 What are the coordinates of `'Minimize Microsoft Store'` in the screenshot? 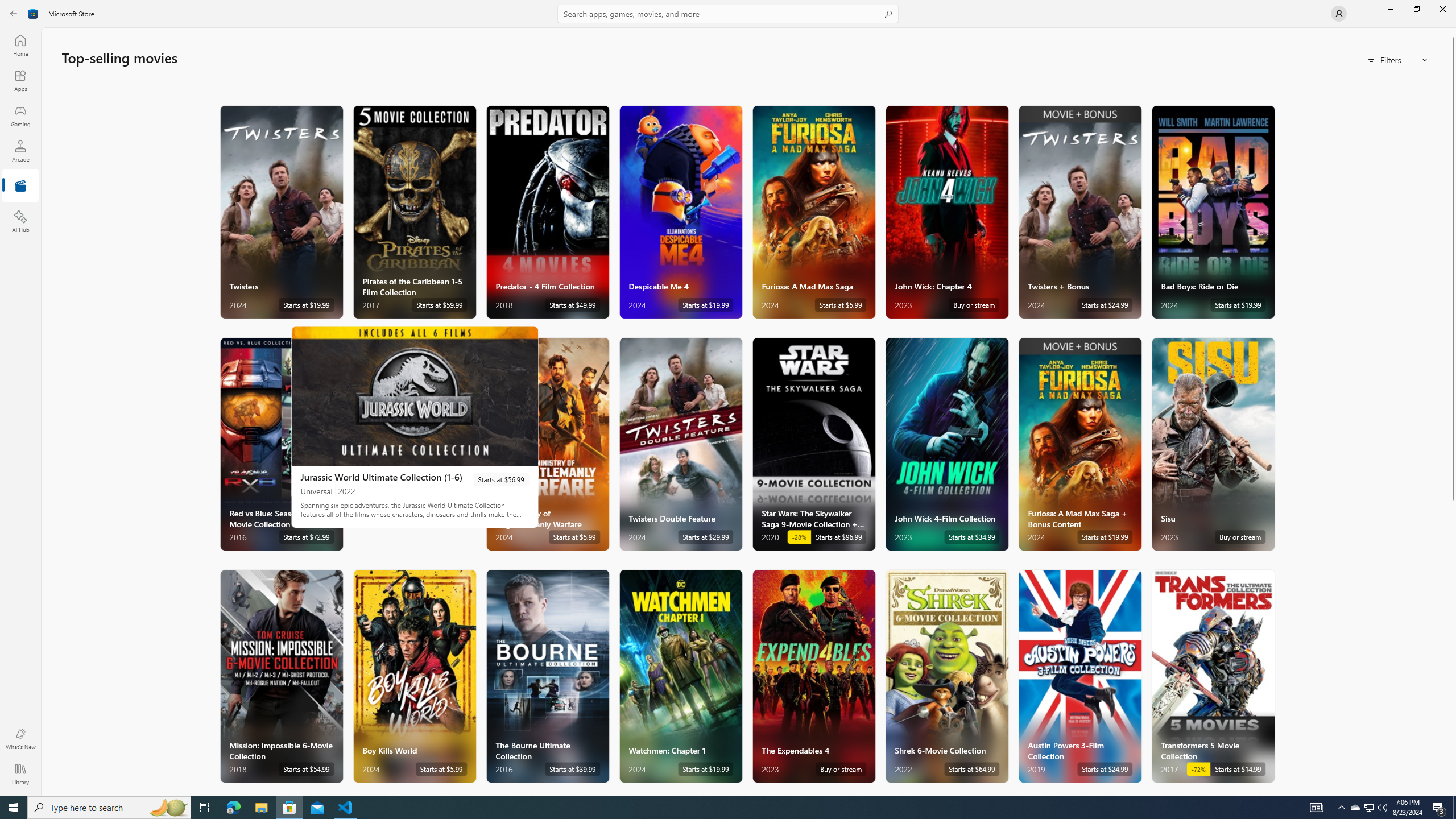 It's located at (1389, 9).